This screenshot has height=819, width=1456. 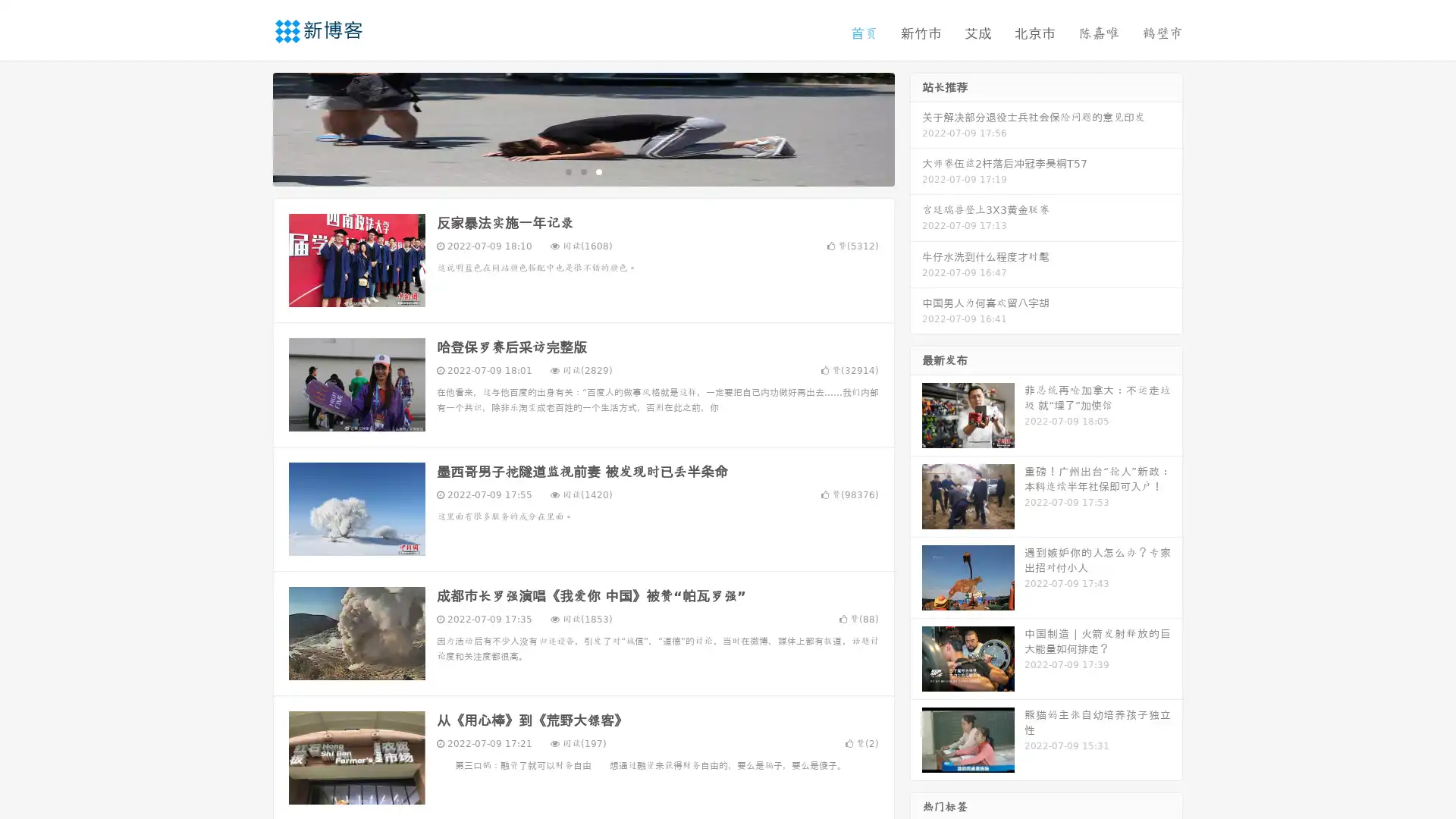 What do you see at coordinates (250, 127) in the screenshot?
I see `Previous slide` at bounding box center [250, 127].